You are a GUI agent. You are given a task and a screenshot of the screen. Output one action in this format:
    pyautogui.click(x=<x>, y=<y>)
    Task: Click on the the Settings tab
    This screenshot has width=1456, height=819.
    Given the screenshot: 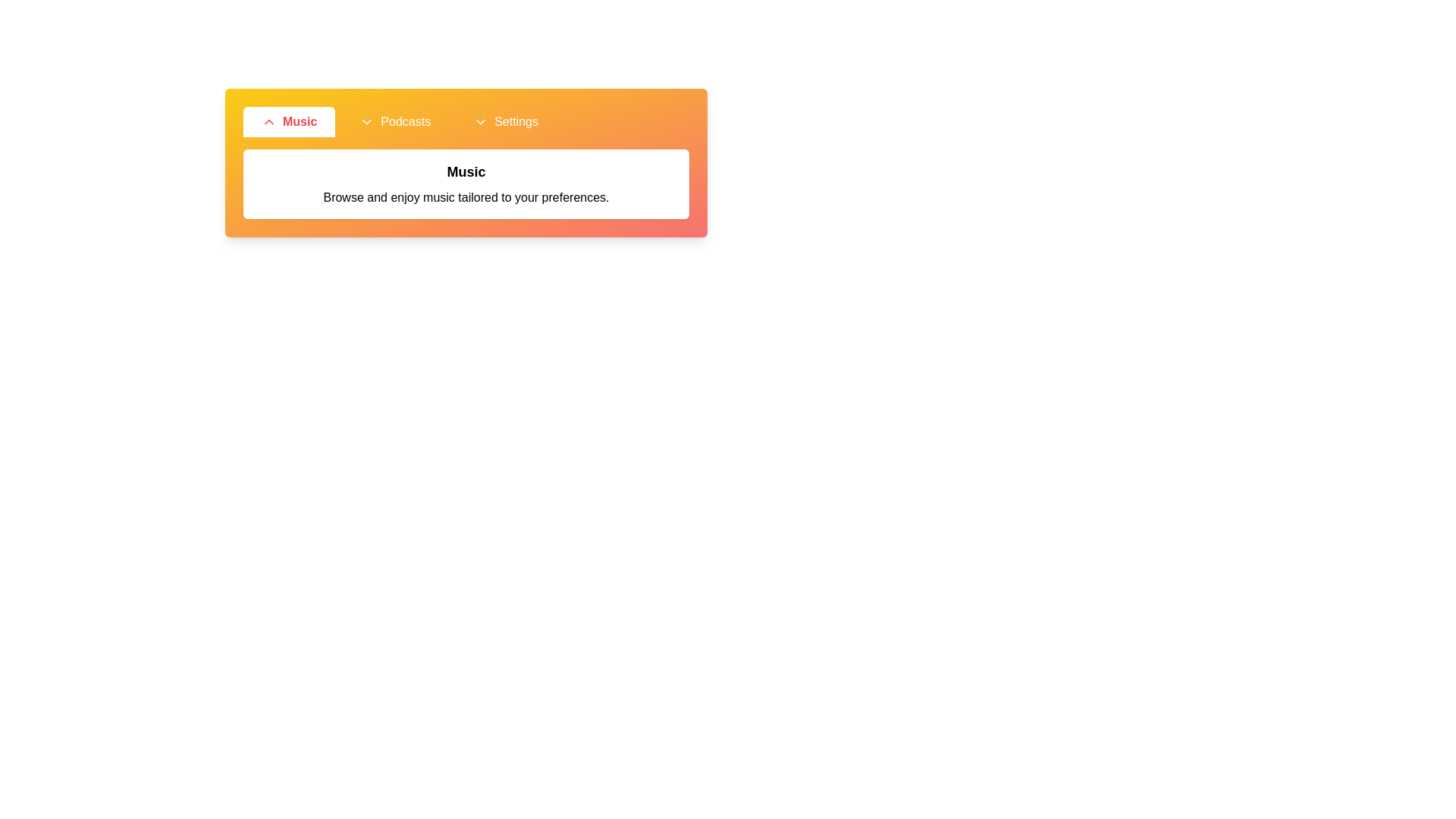 What is the action you would take?
    pyautogui.click(x=506, y=121)
    